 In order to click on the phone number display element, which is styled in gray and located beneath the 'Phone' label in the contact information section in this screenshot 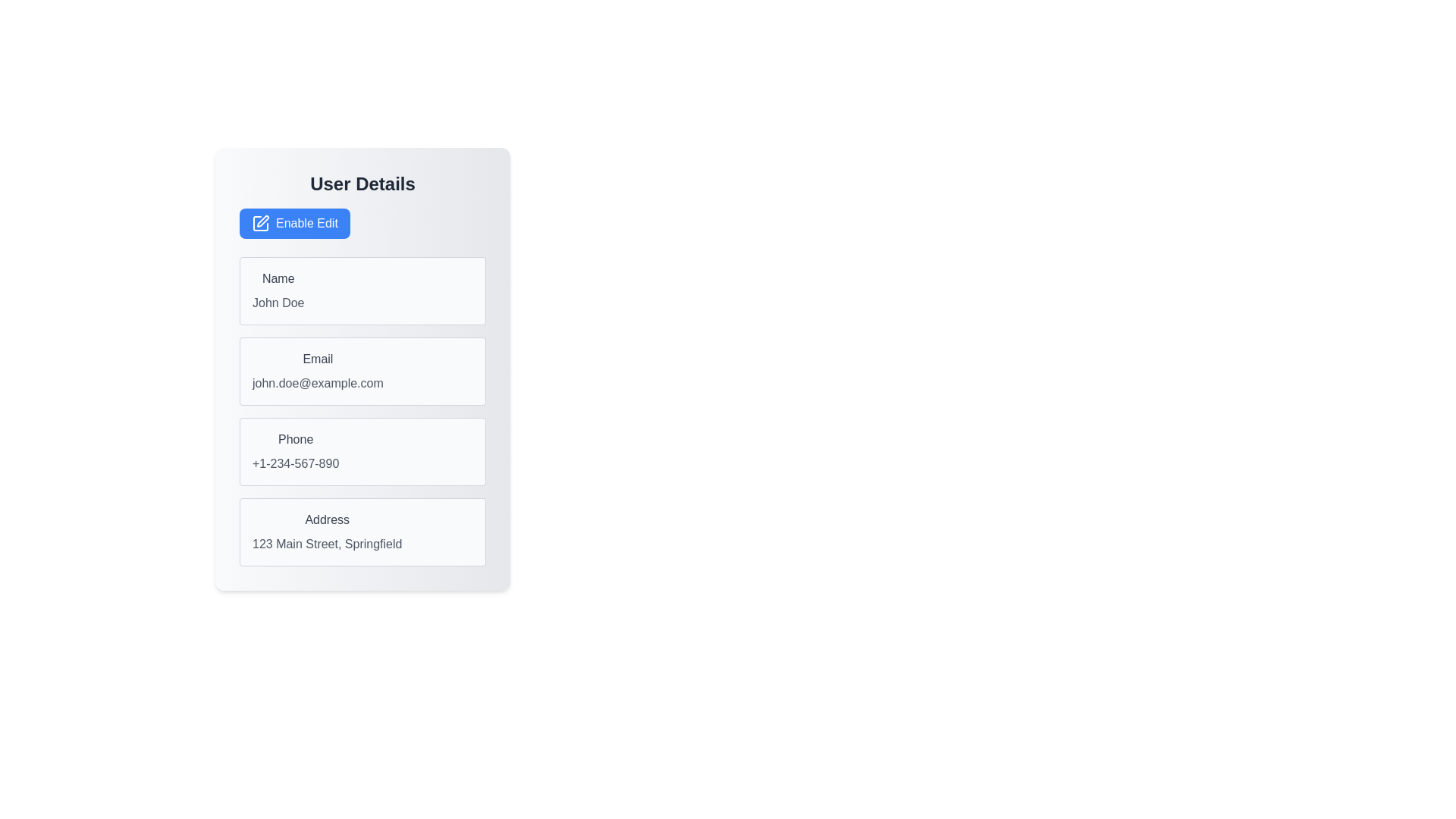, I will do `click(296, 463)`.